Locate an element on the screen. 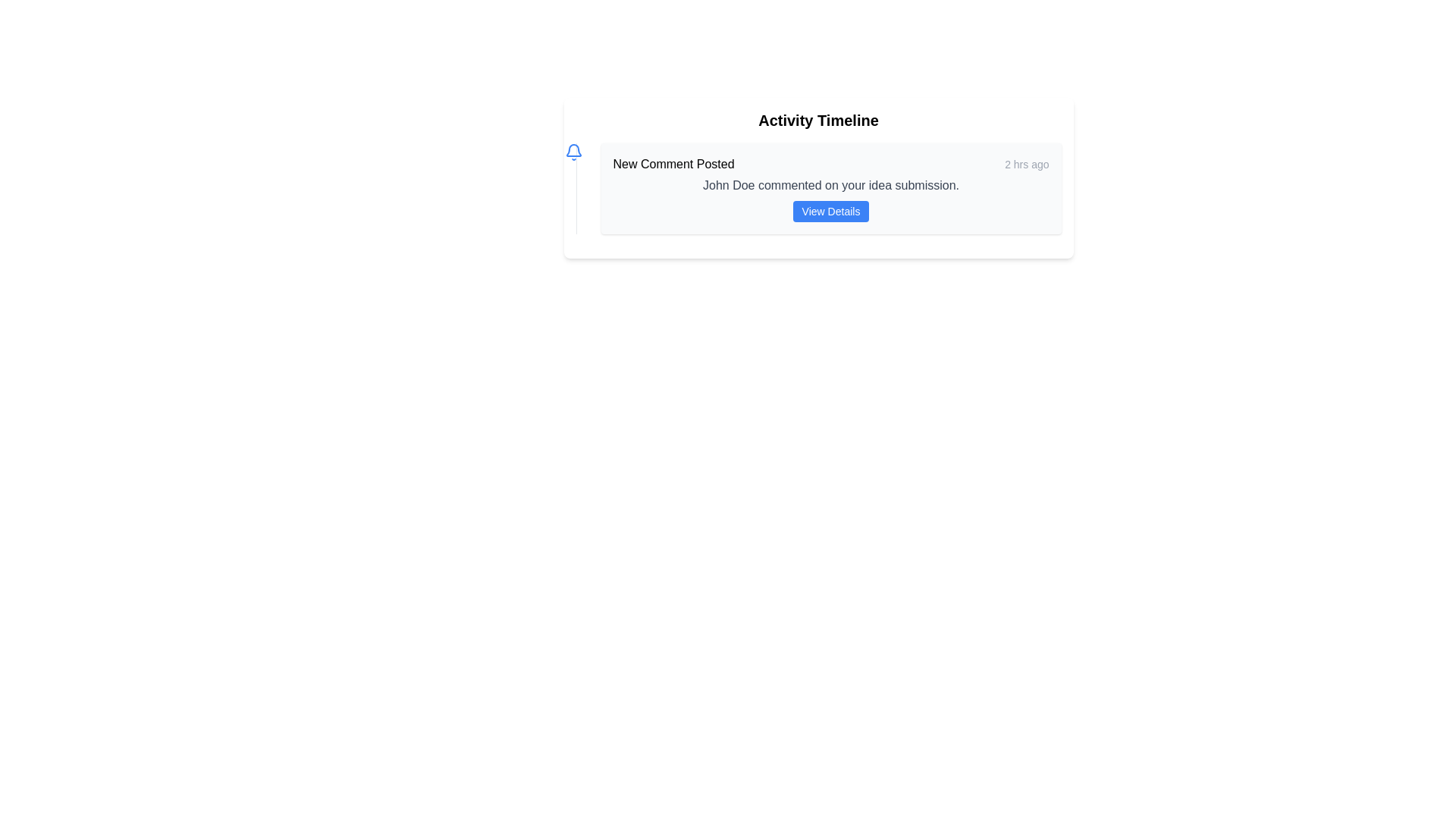 The height and width of the screenshot is (819, 1456). the button located at the bottom-right corner of the notification card associated with the comment from John Doe is located at coordinates (830, 211).